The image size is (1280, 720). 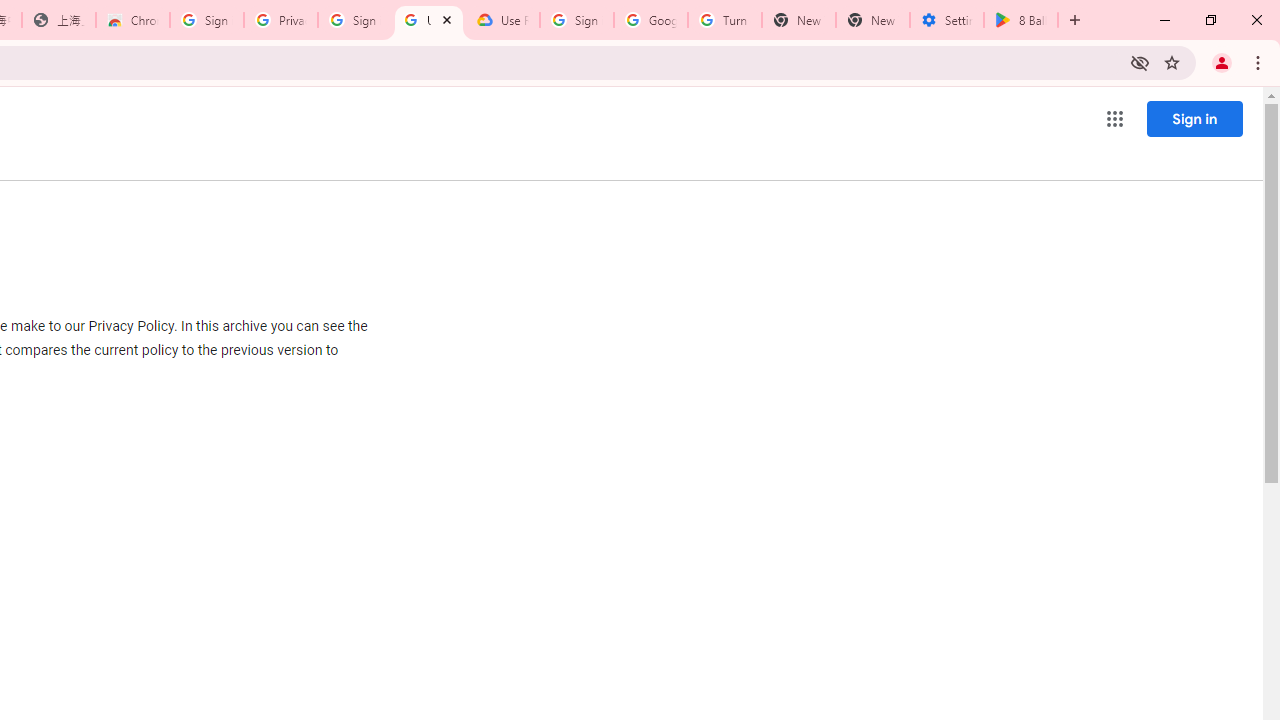 What do you see at coordinates (946, 20) in the screenshot?
I see `'Settings - System'` at bounding box center [946, 20].